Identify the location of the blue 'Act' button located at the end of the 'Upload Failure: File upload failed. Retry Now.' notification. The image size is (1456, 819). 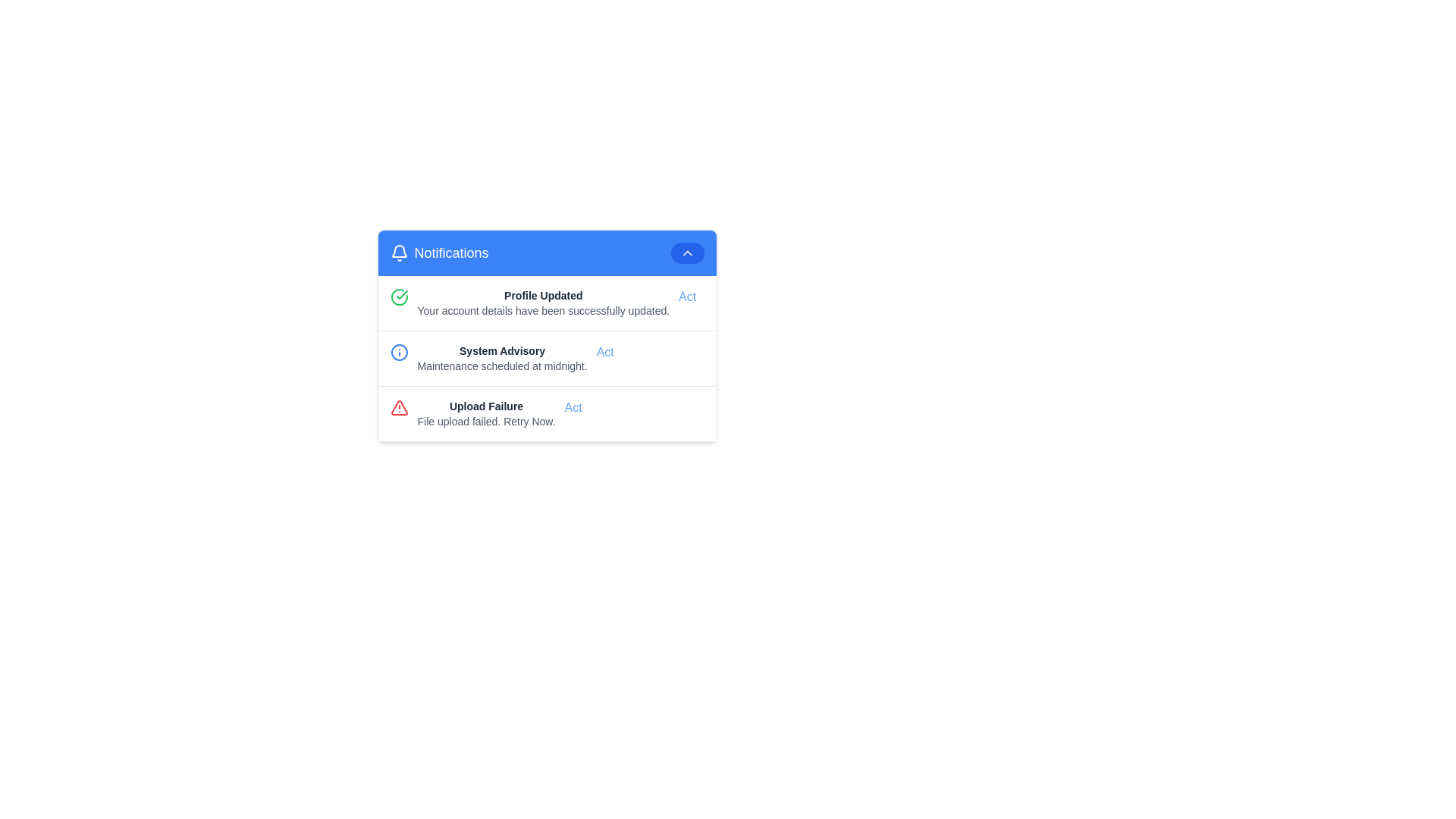
(573, 406).